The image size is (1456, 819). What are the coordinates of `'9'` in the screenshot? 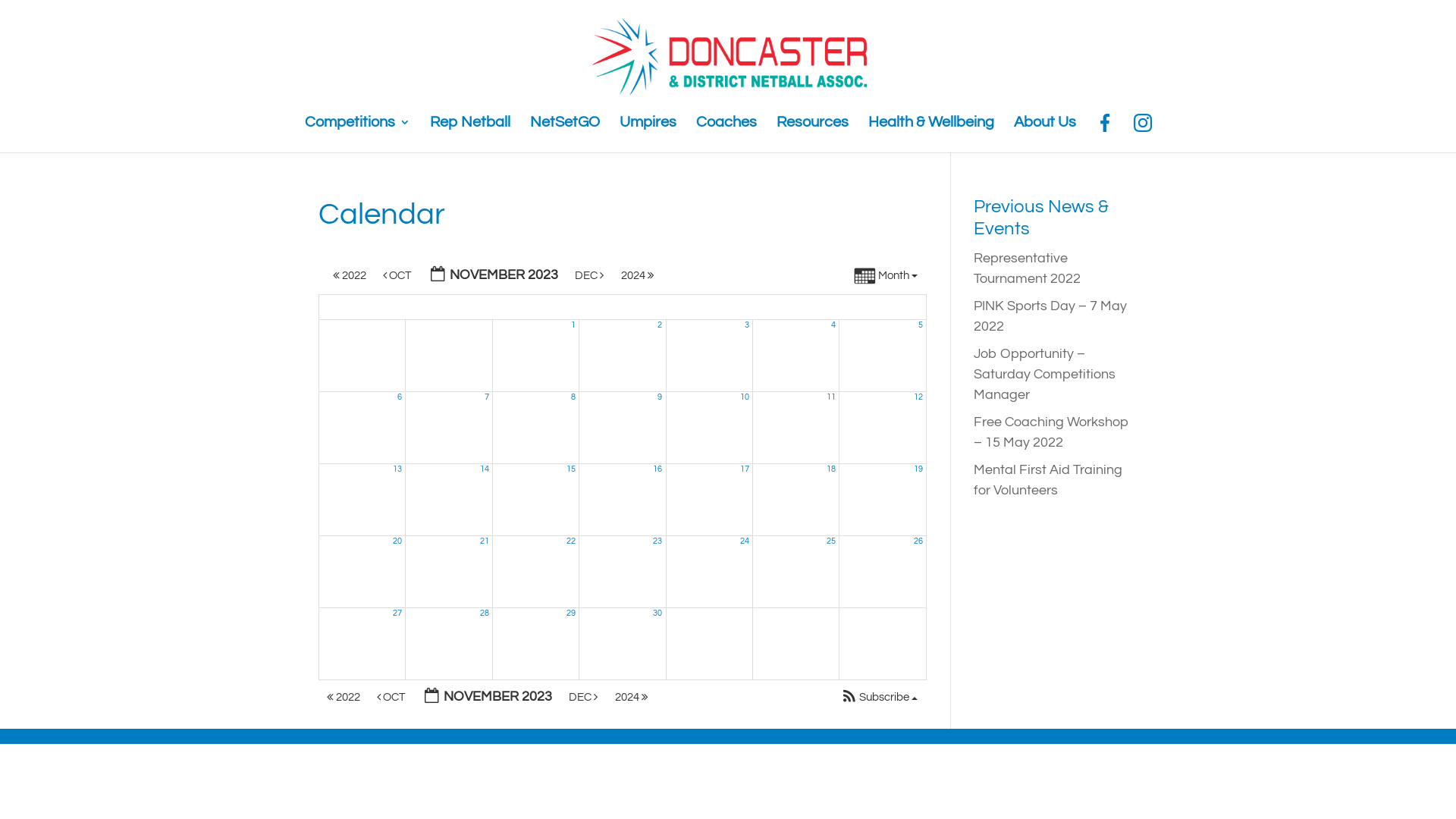 It's located at (657, 396).